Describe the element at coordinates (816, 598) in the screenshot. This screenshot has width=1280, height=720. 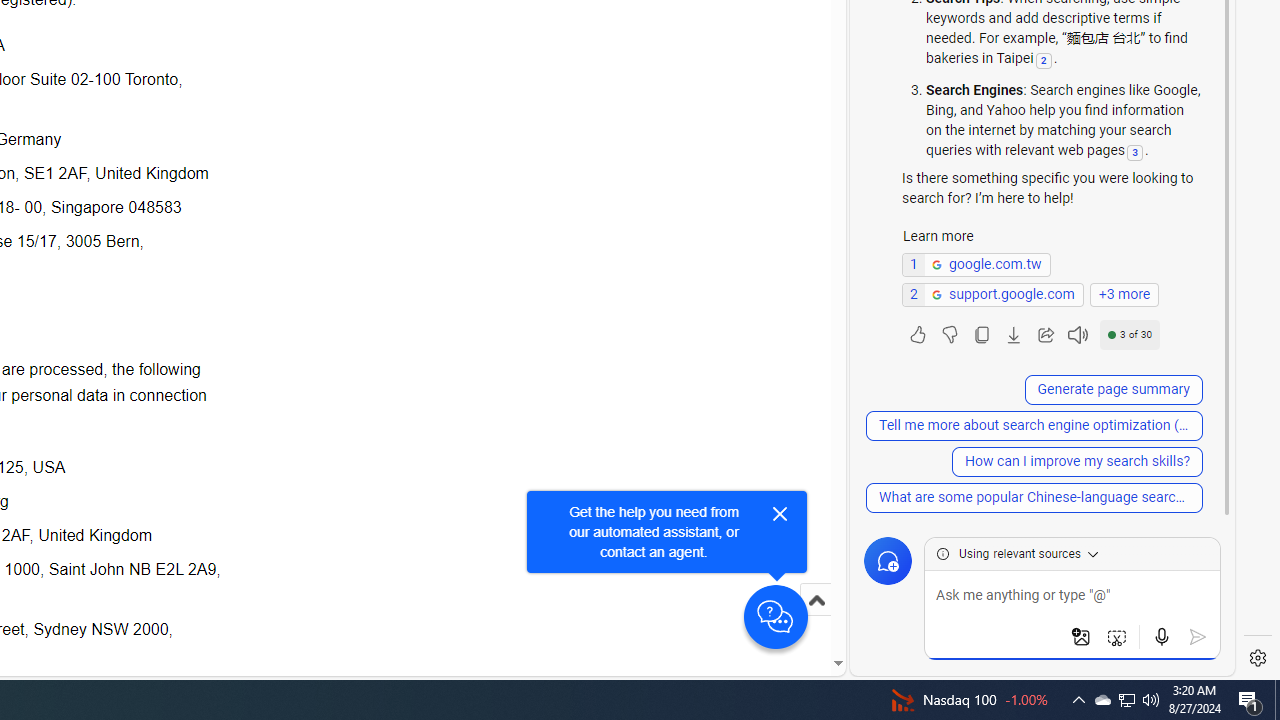
I see `'Scroll to top'` at that location.